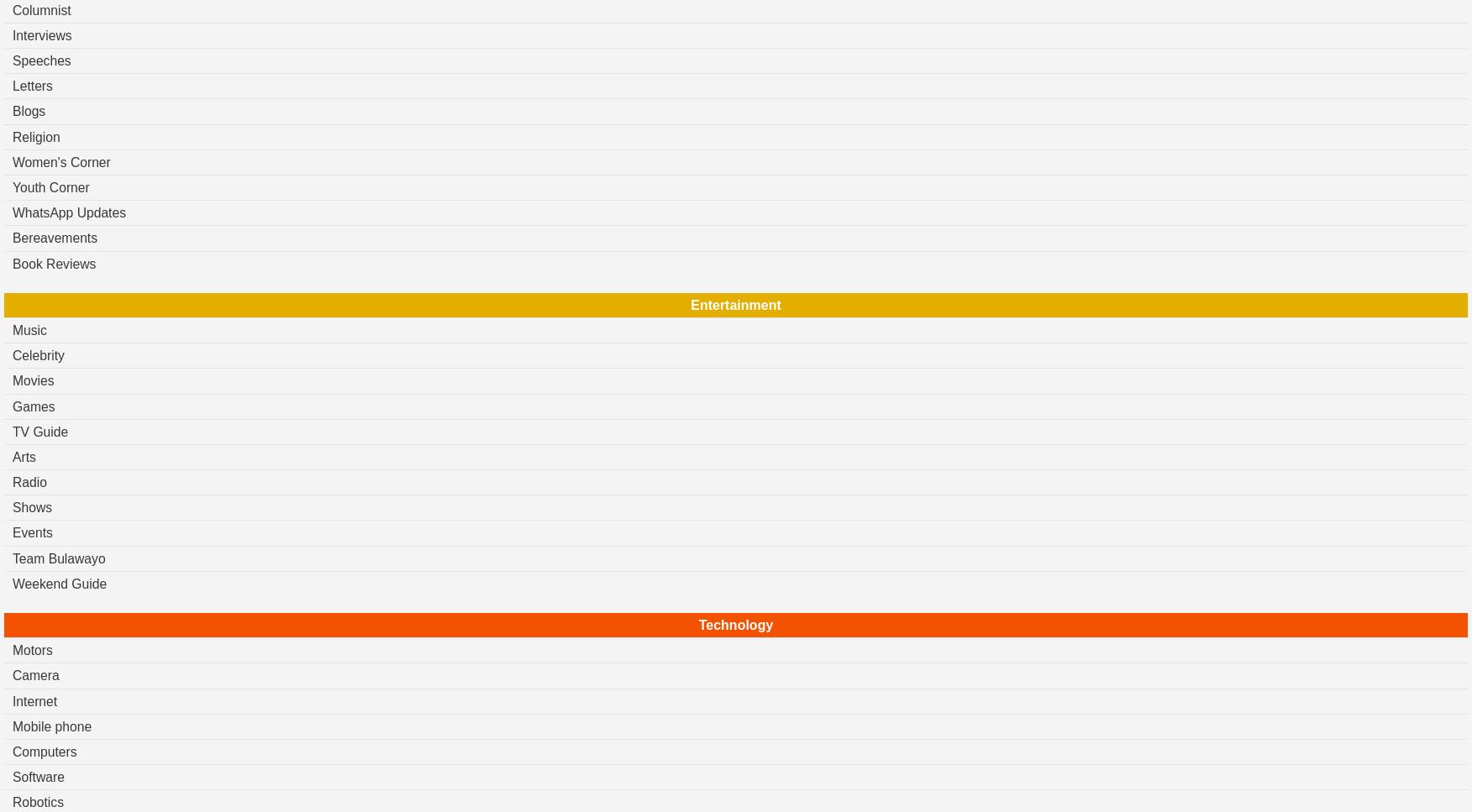 This screenshot has height=812, width=1472. Describe the element at coordinates (41, 9) in the screenshot. I see `'Columnist'` at that location.